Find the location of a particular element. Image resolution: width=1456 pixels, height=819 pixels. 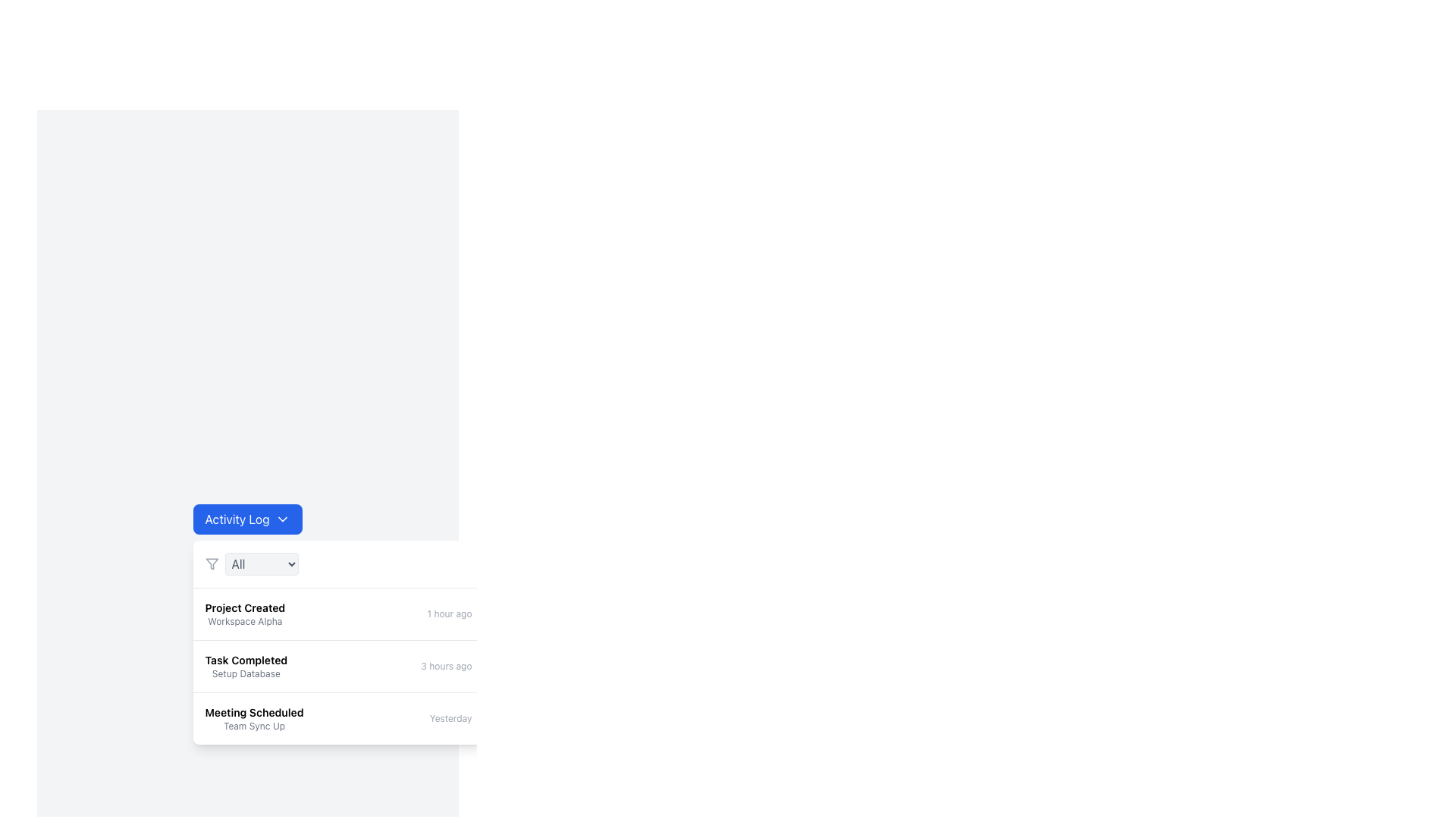

the text label displaying 'Yesterday' in light gray font, located in the third entry of the activity log, to the far right of the row containing 'Meeting Scheduled' and 'Team Sync Up' is located at coordinates (450, 718).